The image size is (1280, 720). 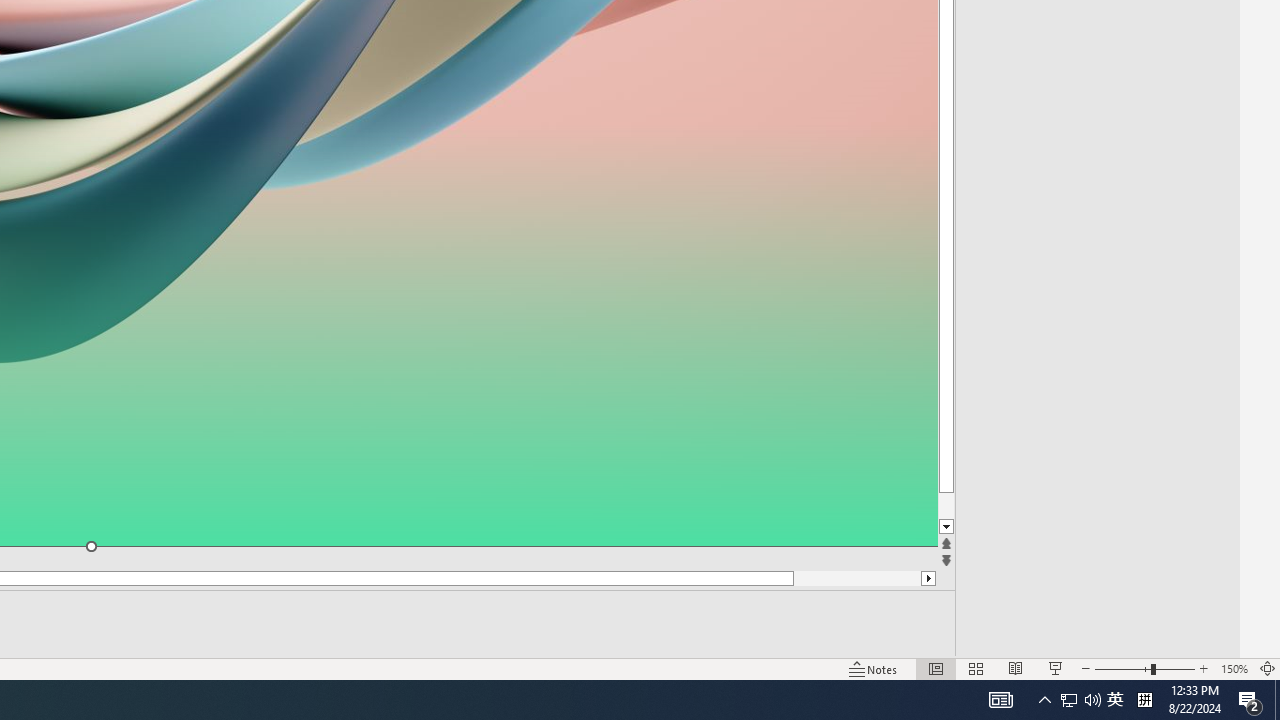 I want to click on 'Page down', so click(x=983, y=505).